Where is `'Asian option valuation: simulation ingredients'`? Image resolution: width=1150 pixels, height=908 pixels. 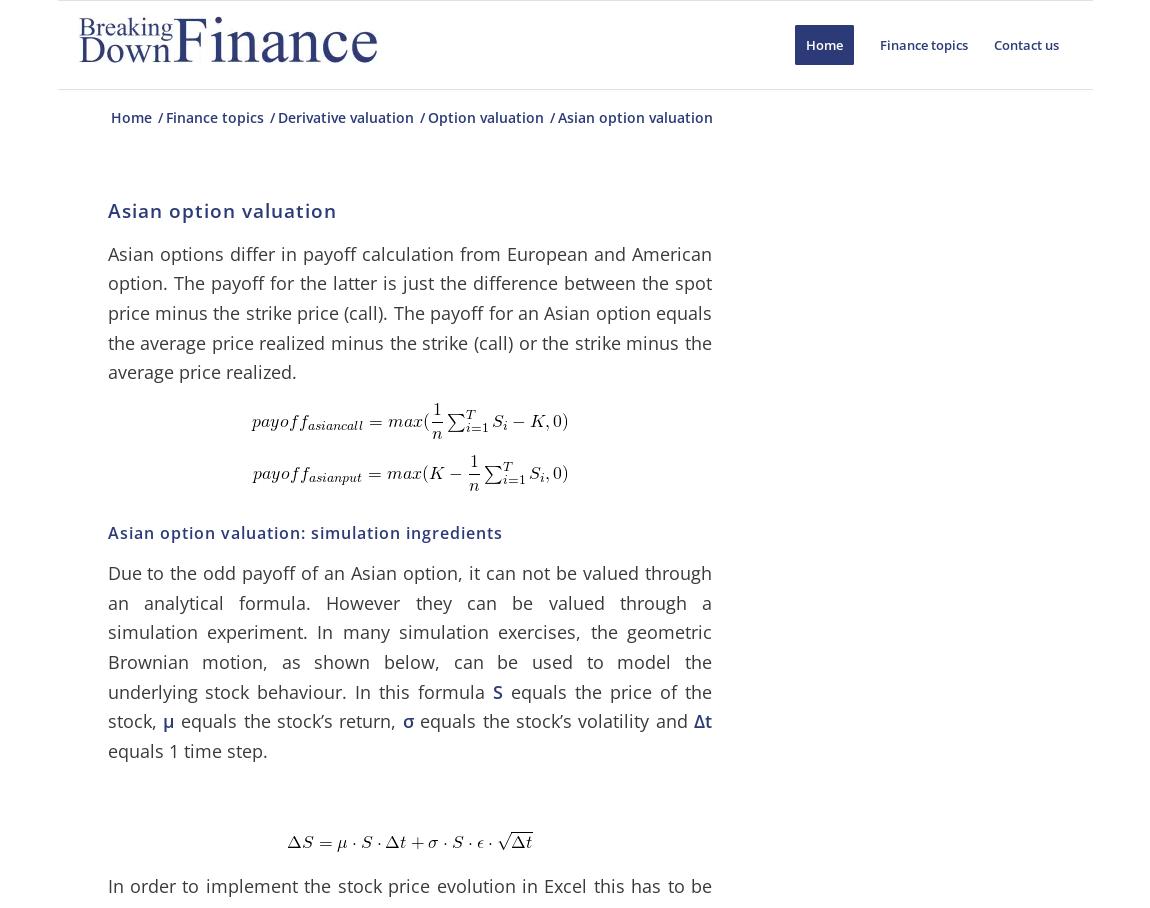
'Asian option valuation: simulation ingredients' is located at coordinates (304, 530).